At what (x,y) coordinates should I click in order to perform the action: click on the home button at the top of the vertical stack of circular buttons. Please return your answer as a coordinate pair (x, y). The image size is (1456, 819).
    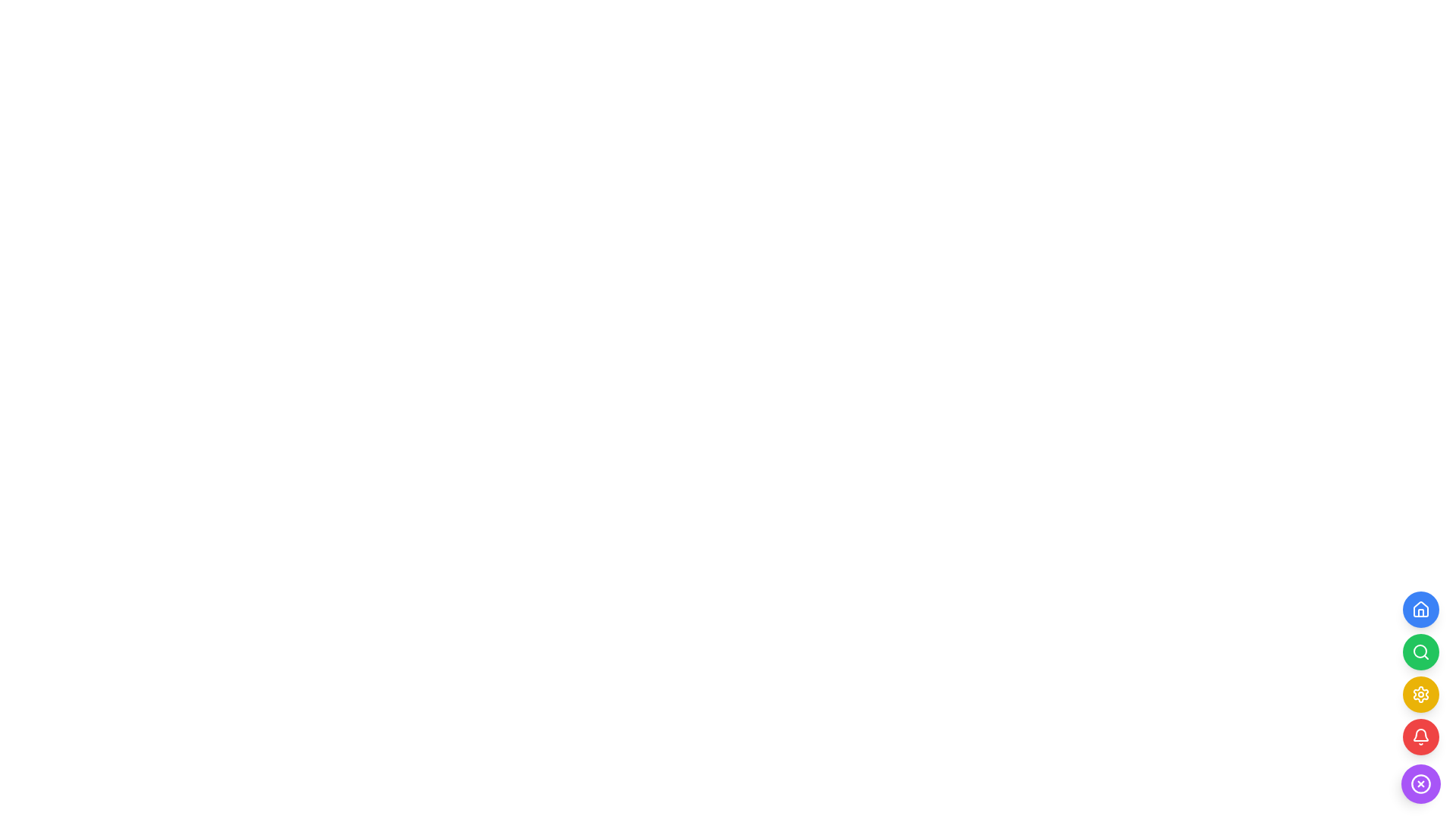
    Looking at the image, I should click on (1420, 608).